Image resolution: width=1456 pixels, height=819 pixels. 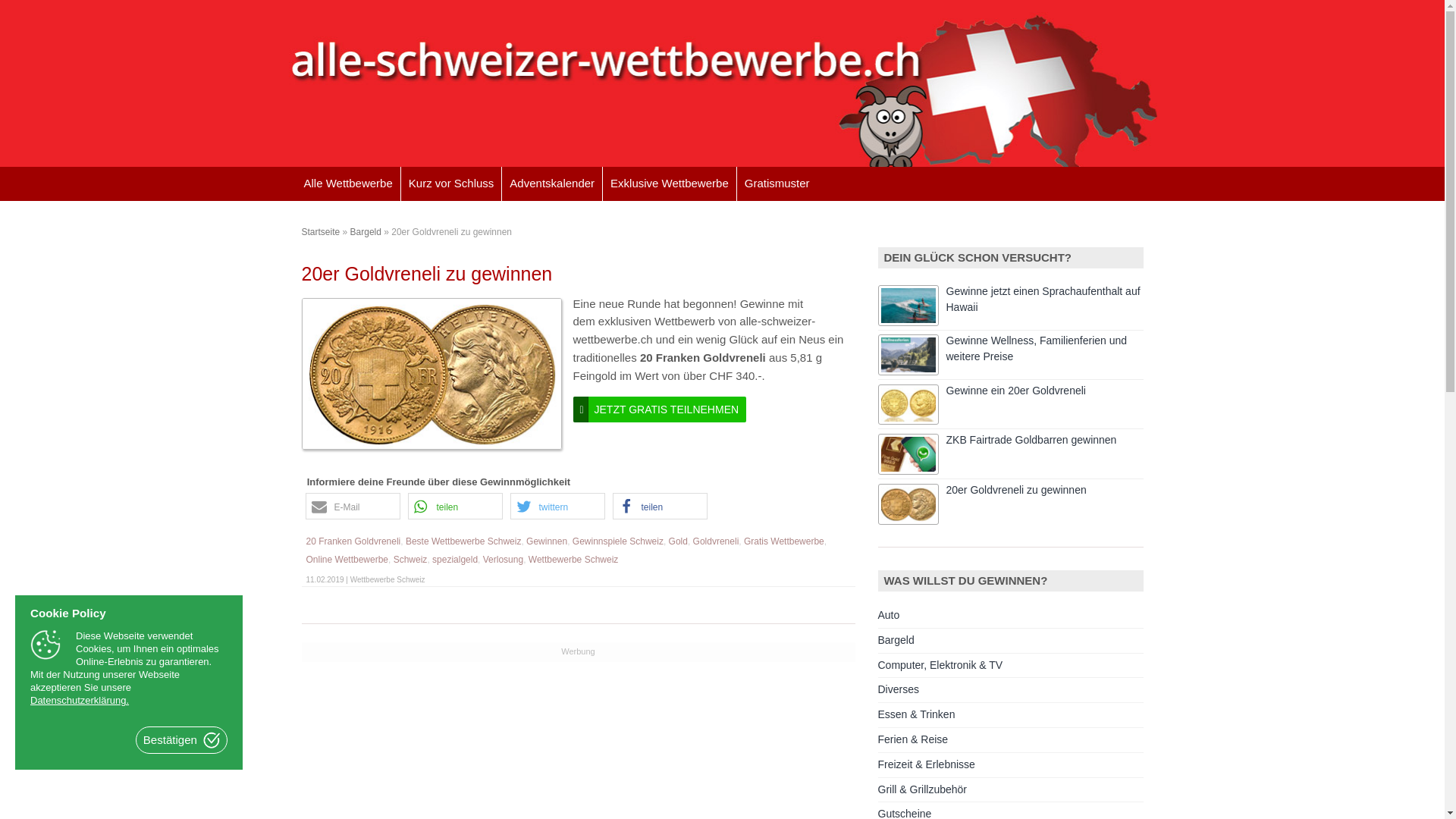 I want to click on 'Essen & Trinken', so click(x=916, y=714).